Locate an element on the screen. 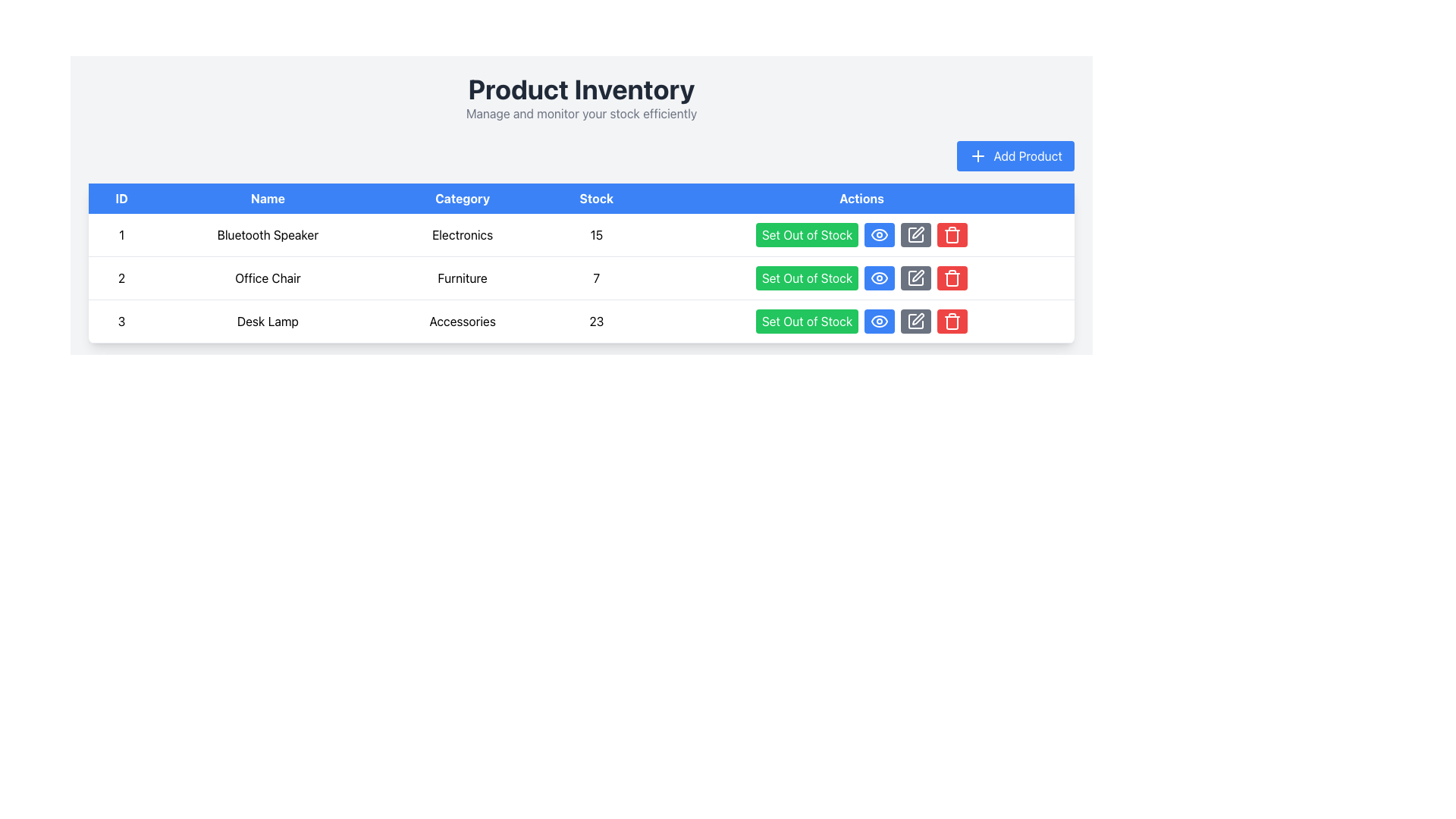 The width and height of the screenshot is (1456, 819). the static text label displaying 'Office Chair', located in the second row under the 'Name' column of the table is located at coordinates (268, 278).